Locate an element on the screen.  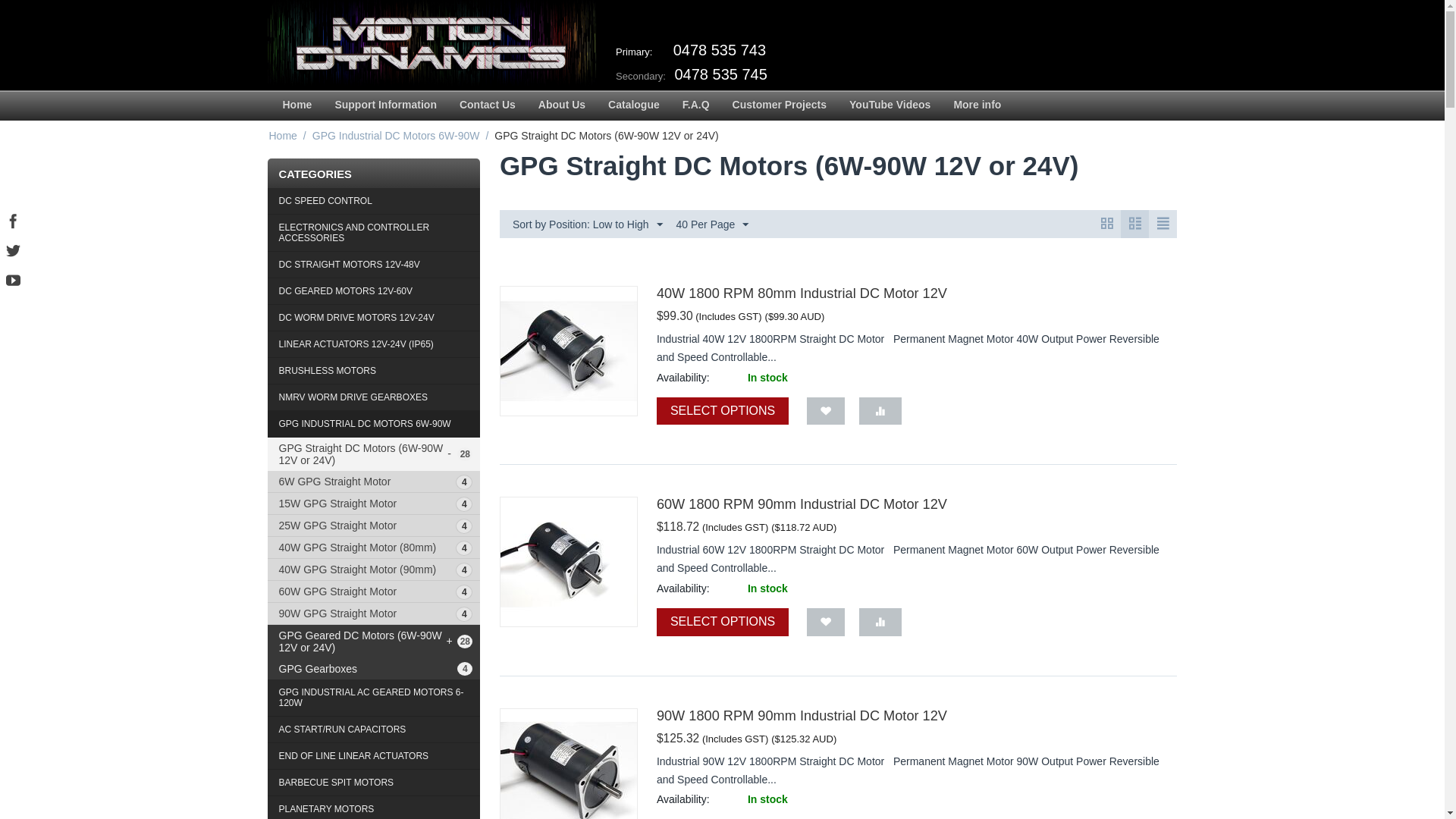
'60W GPG Straight Motor is located at coordinates (373, 590).